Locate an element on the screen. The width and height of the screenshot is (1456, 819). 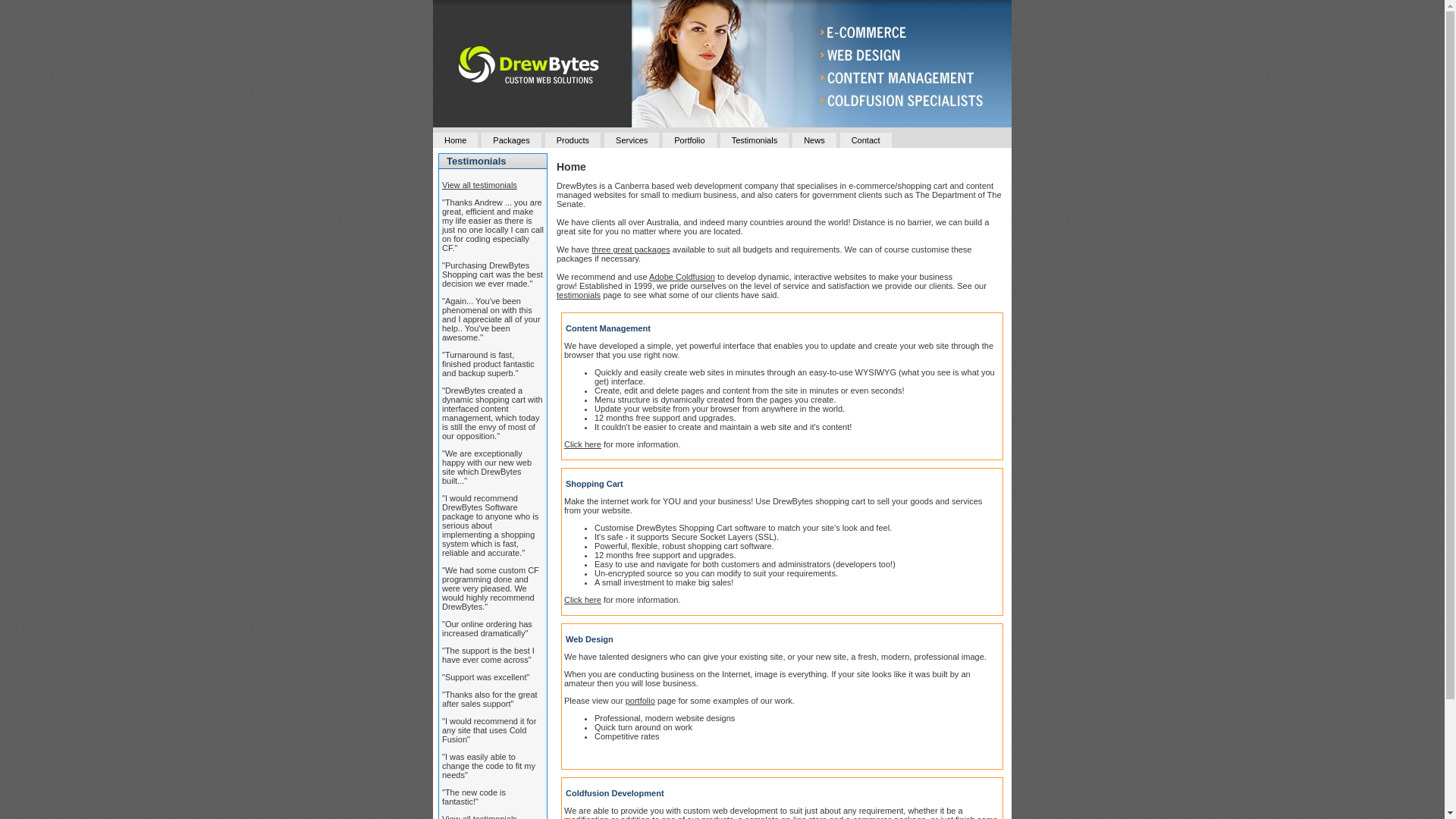
'portfolio' is located at coordinates (640, 701).